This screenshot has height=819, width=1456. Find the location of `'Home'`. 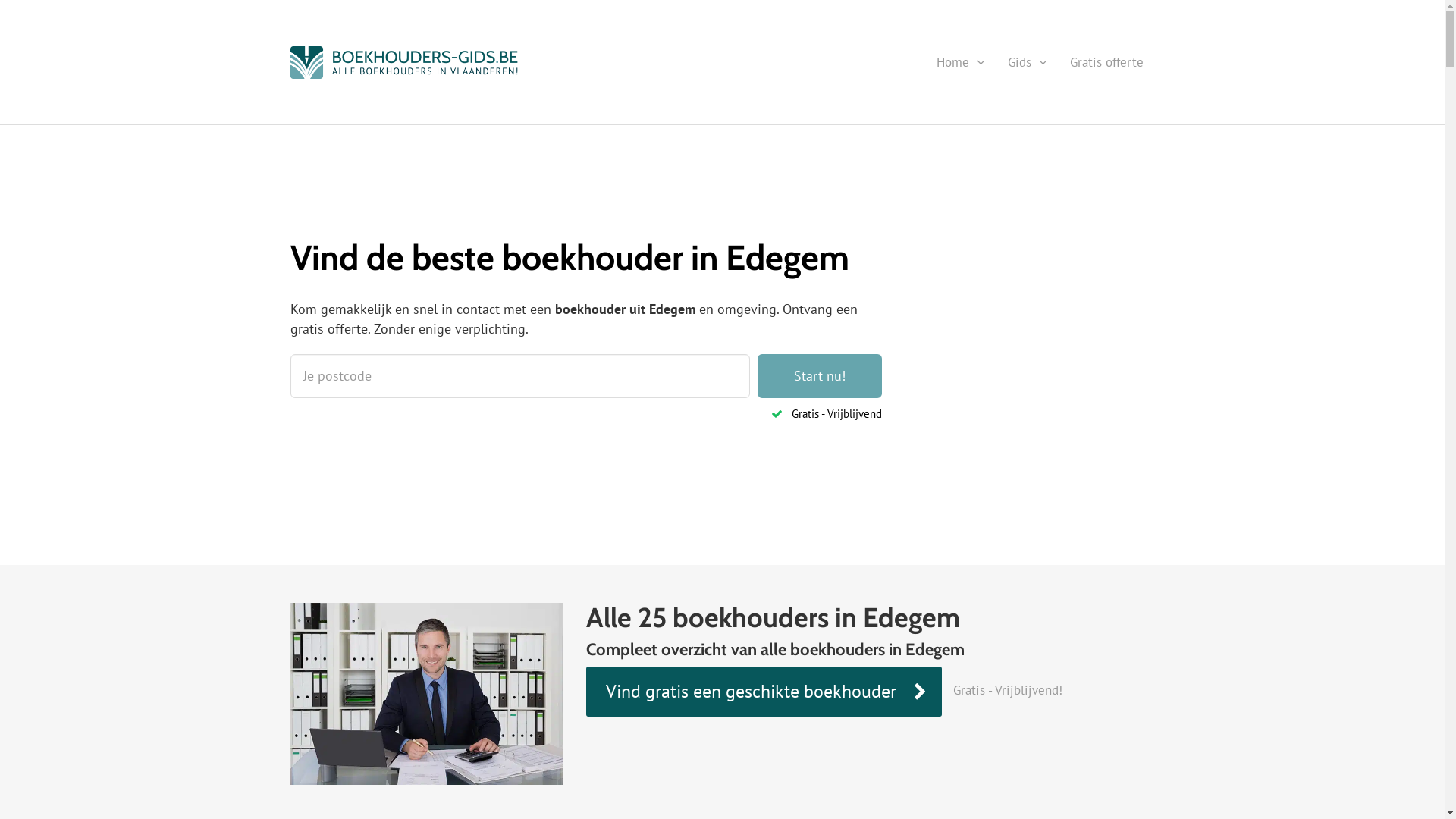

'Home' is located at coordinates (960, 61).